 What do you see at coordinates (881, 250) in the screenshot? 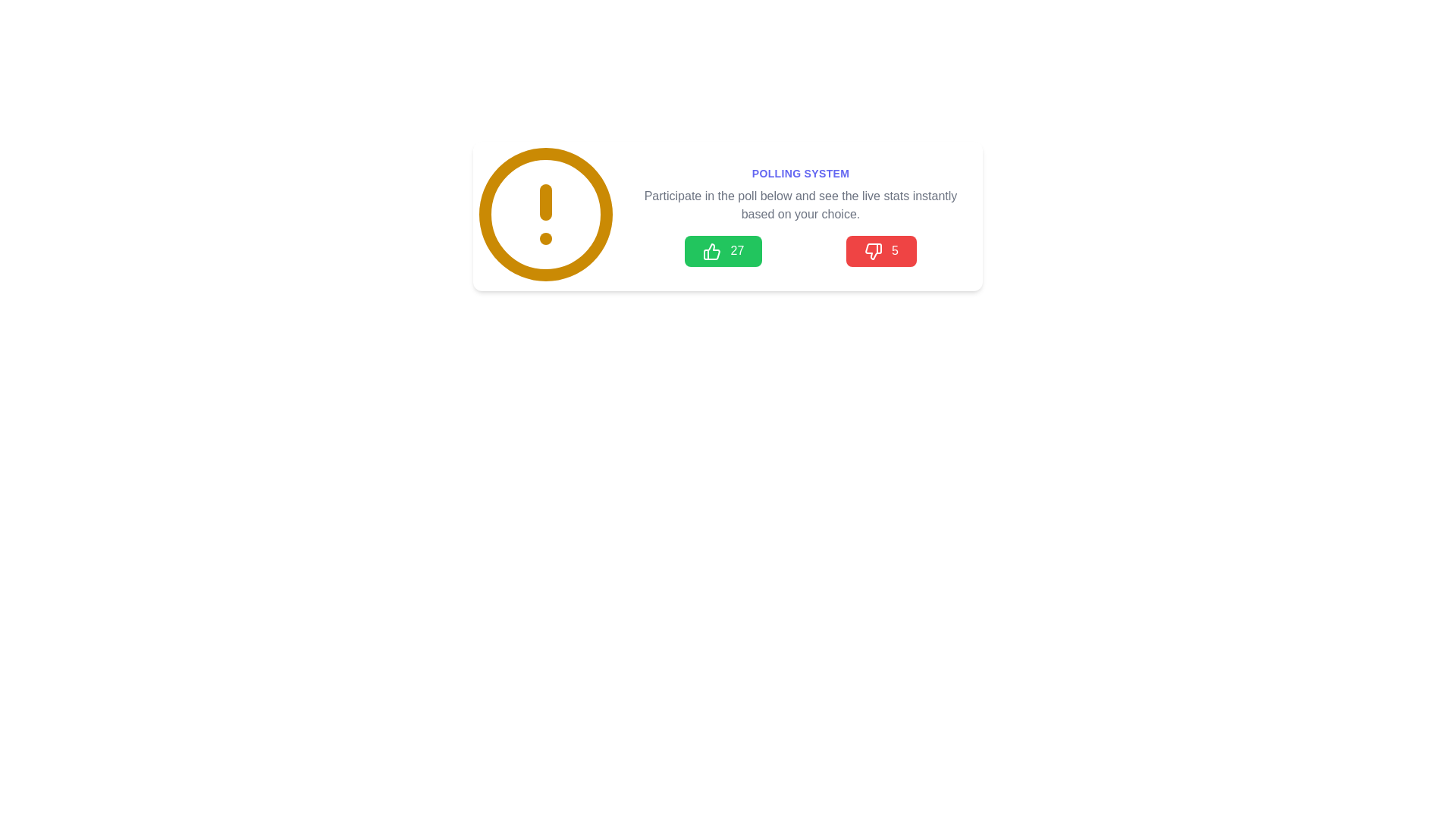
I see `the red button with white text '5' and a thumbs-down icon to register a downvote` at bounding box center [881, 250].